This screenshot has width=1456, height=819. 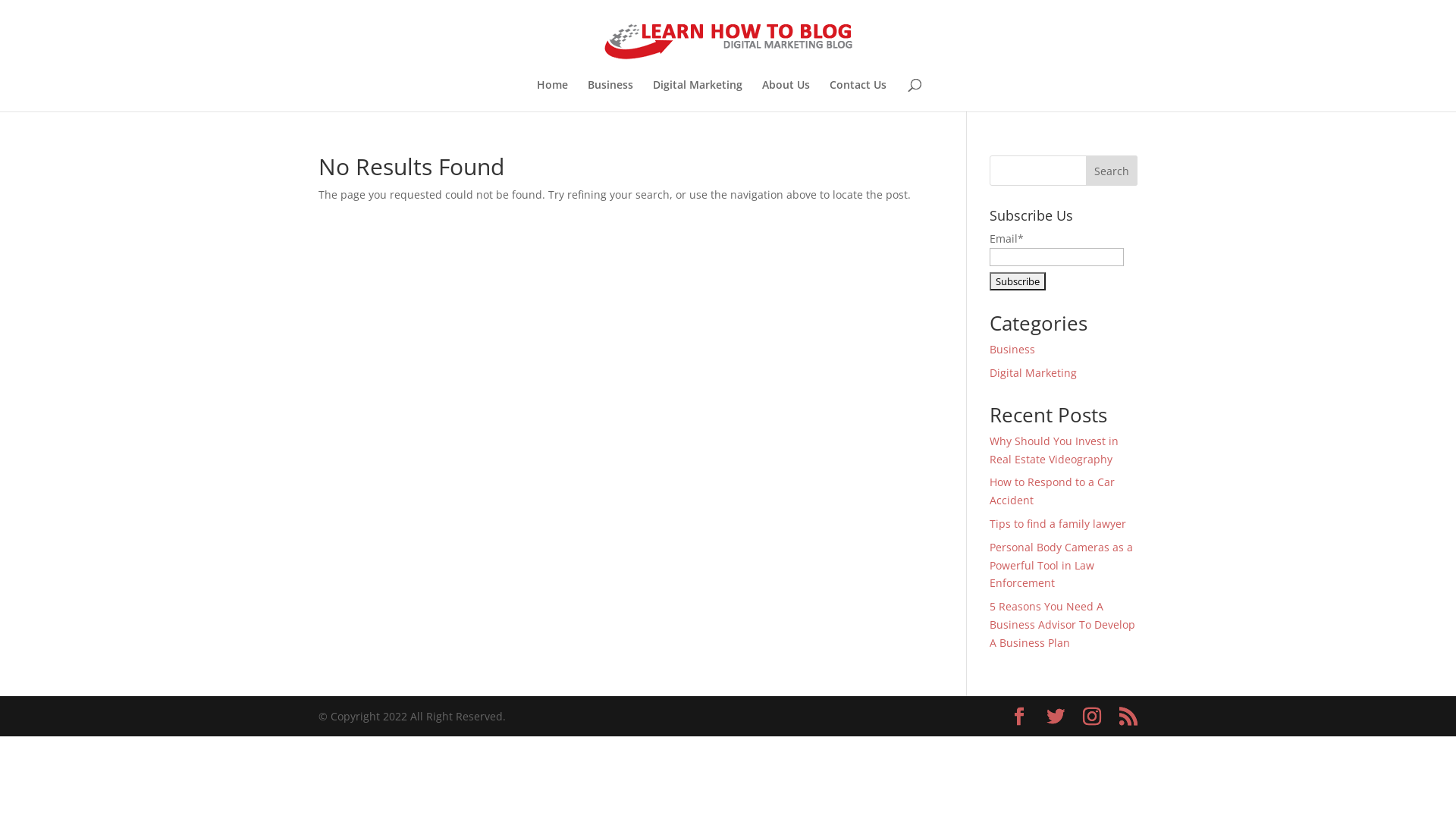 I want to click on 'Tips to find a family lawyer', so click(x=1057, y=522).